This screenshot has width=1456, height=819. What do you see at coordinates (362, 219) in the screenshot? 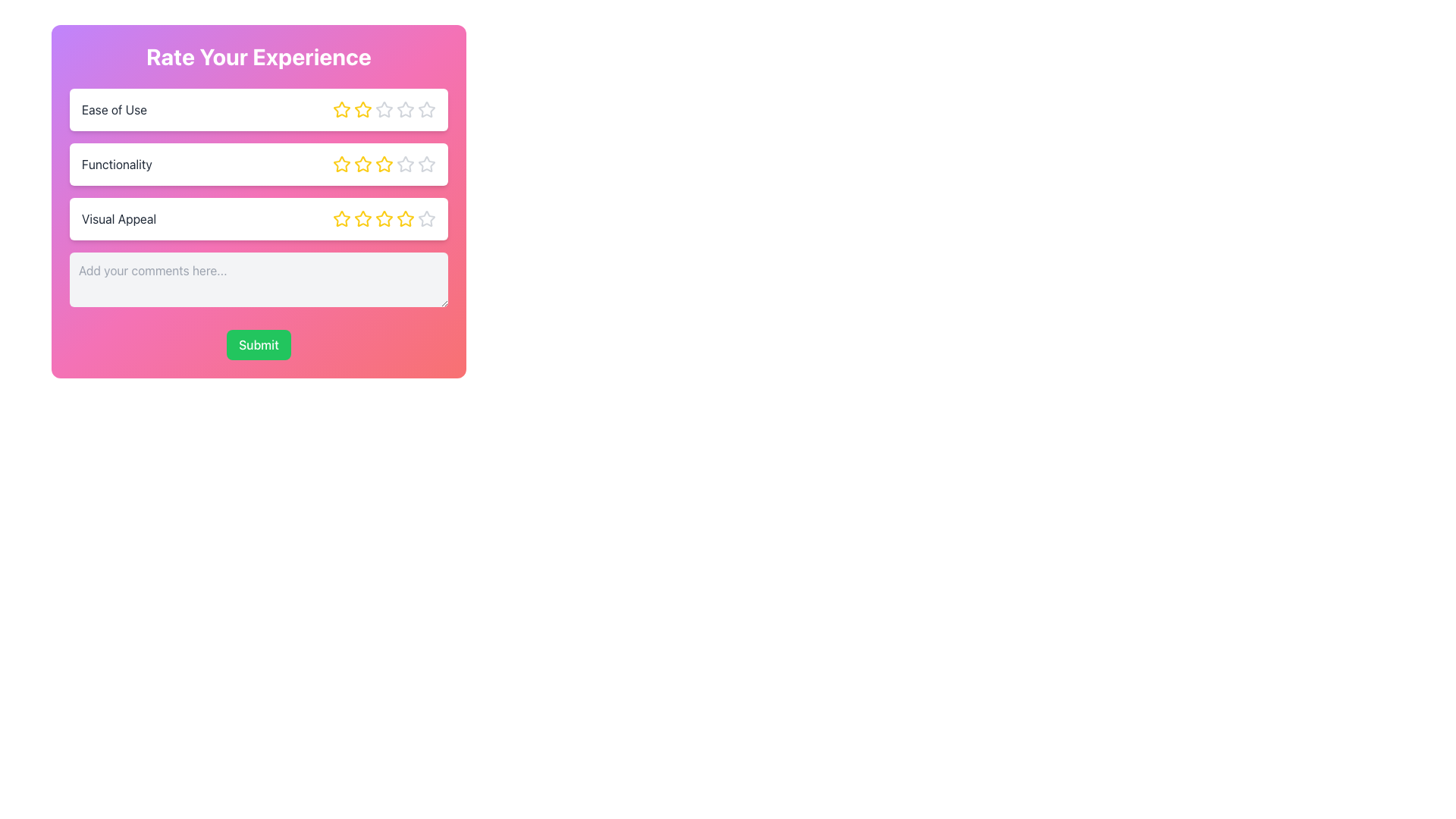
I see `the third interactive star icon in the rating row under the 'Visual Appeal' category to observe hover effects` at bounding box center [362, 219].